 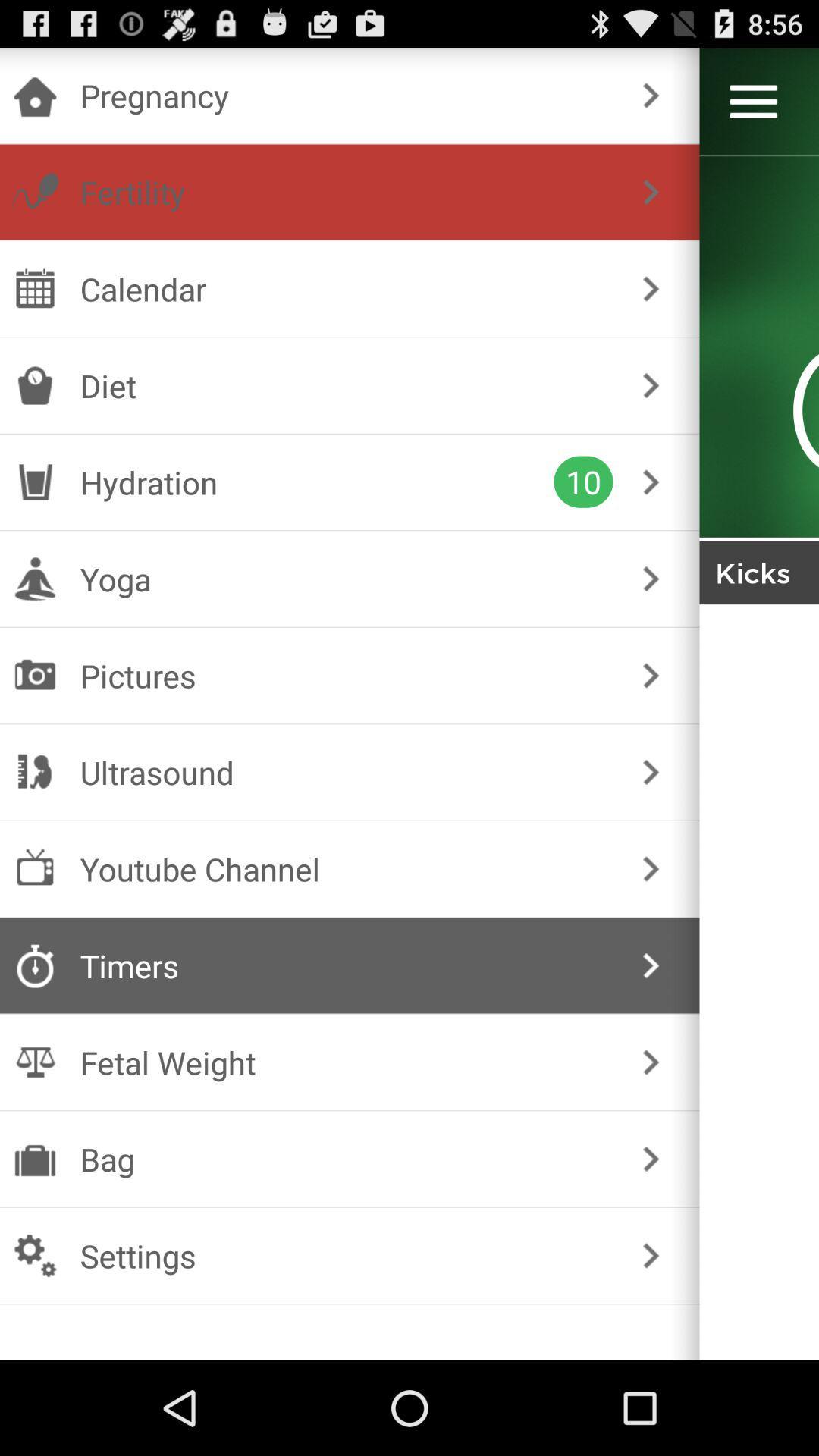 What do you see at coordinates (650, 1062) in the screenshot?
I see `the icon to the right of the fetal weight checkbox` at bounding box center [650, 1062].